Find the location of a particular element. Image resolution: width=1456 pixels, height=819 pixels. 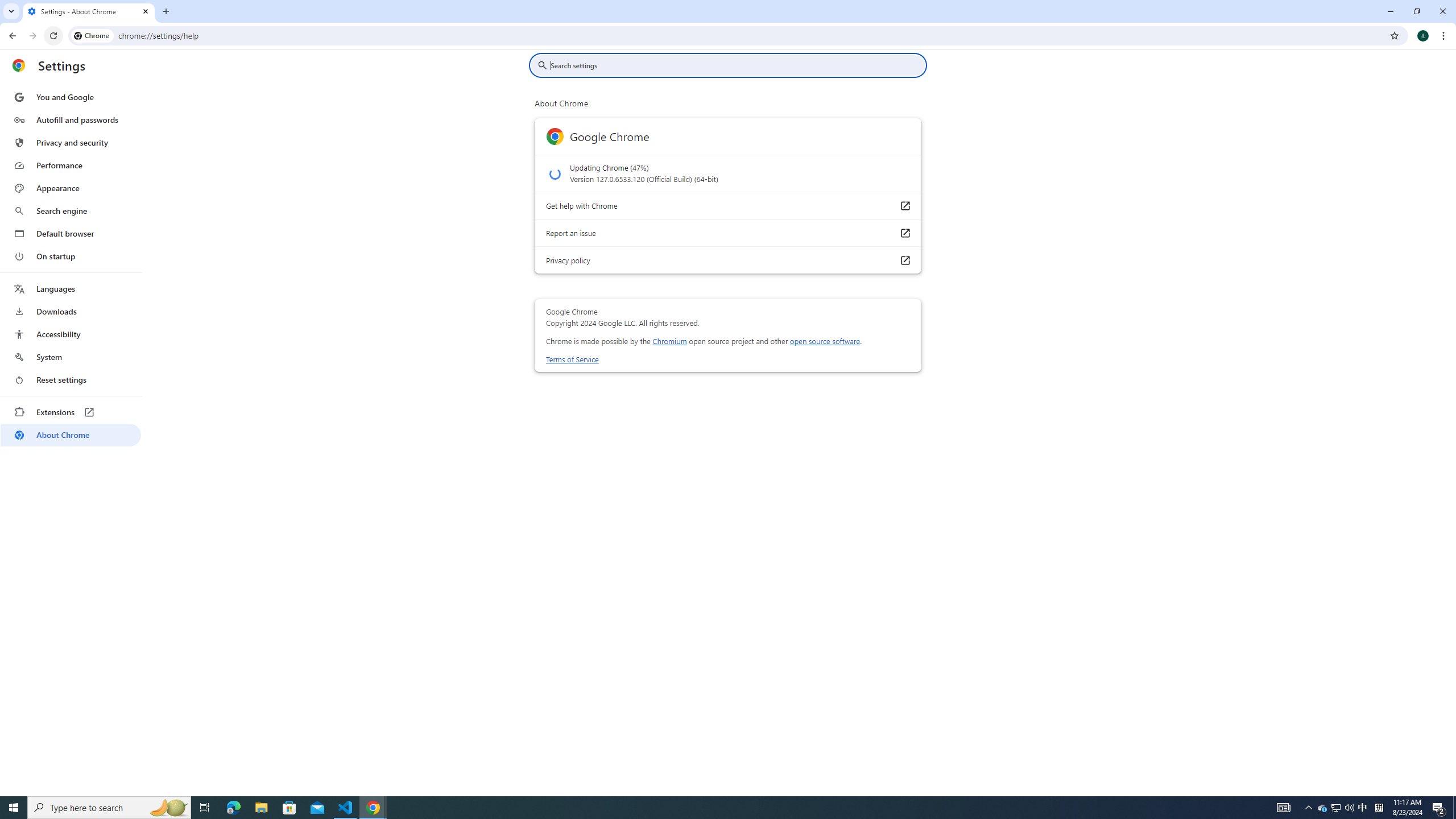

'You and Google' is located at coordinates (70, 97).